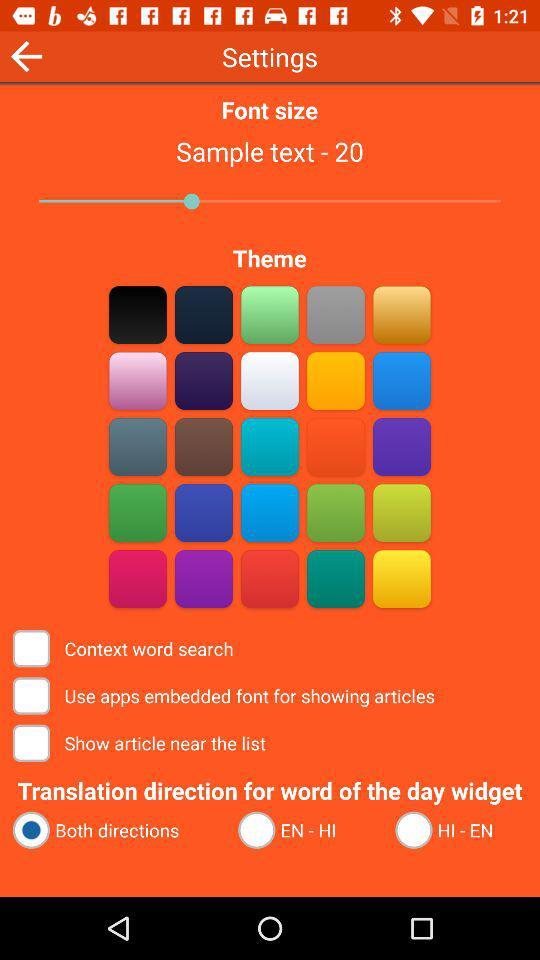  I want to click on press the button, so click(270, 314).